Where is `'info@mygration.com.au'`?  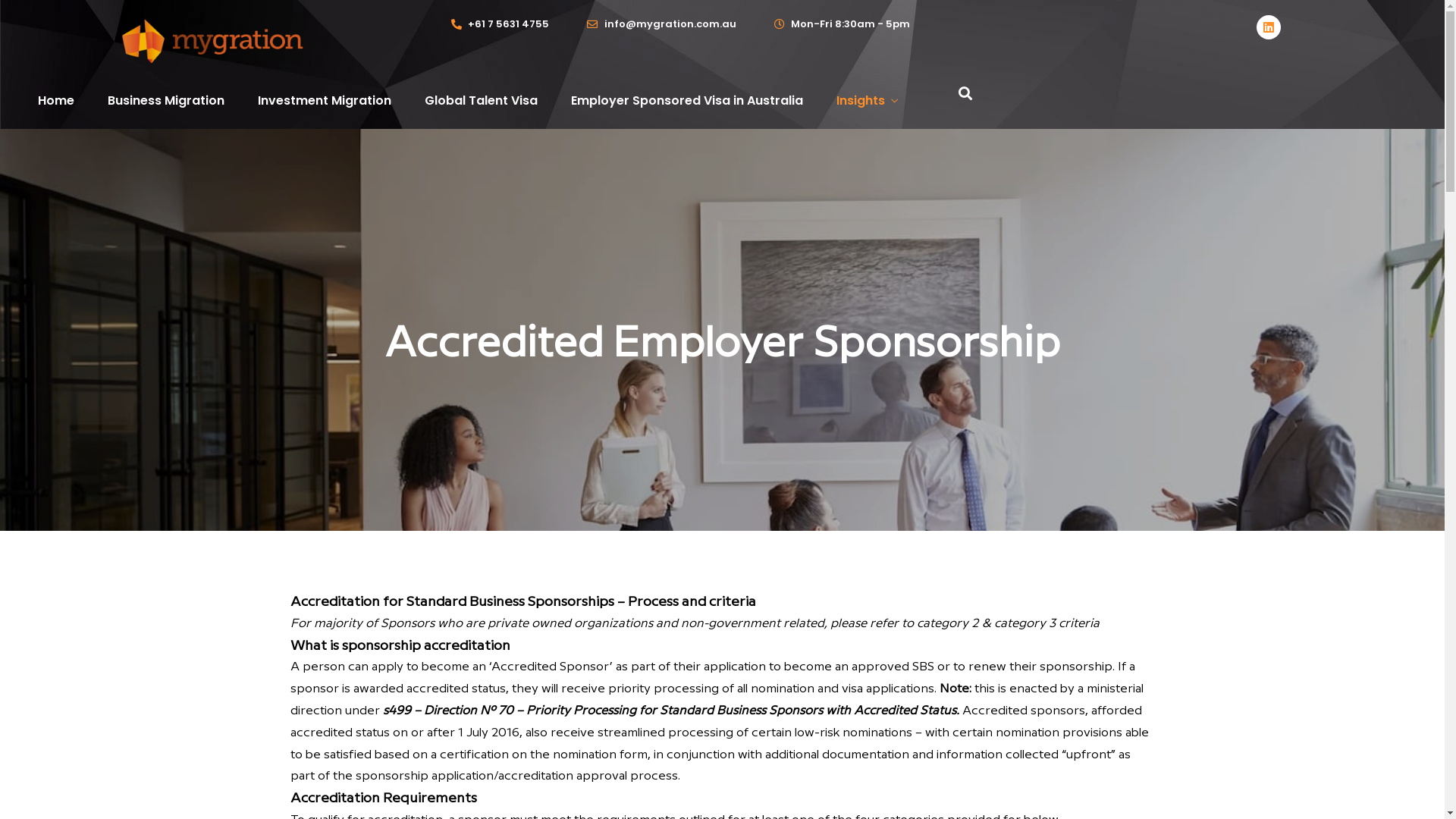
'info@mygration.com.au' is located at coordinates (661, 24).